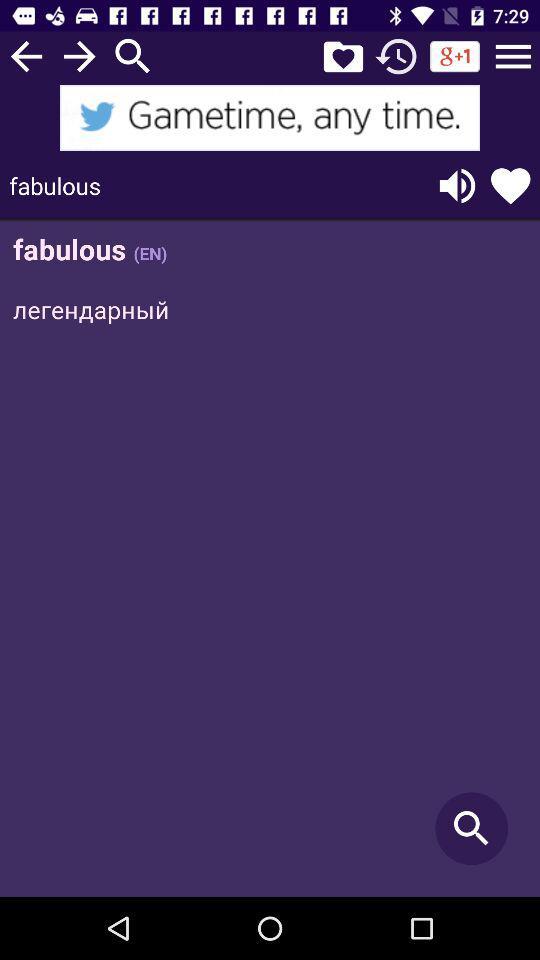  I want to click on go back, so click(25, 55).